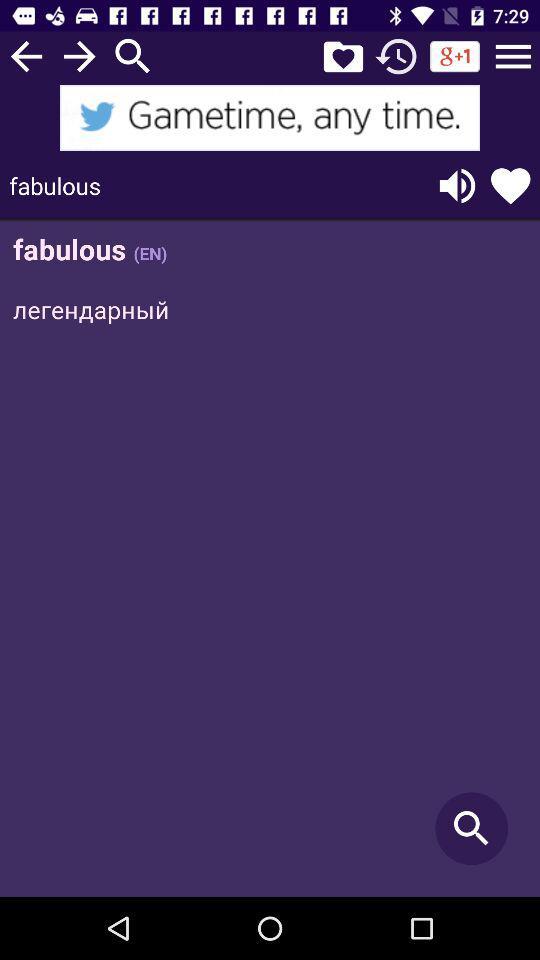  I want to click on go back, so click(25, 55).